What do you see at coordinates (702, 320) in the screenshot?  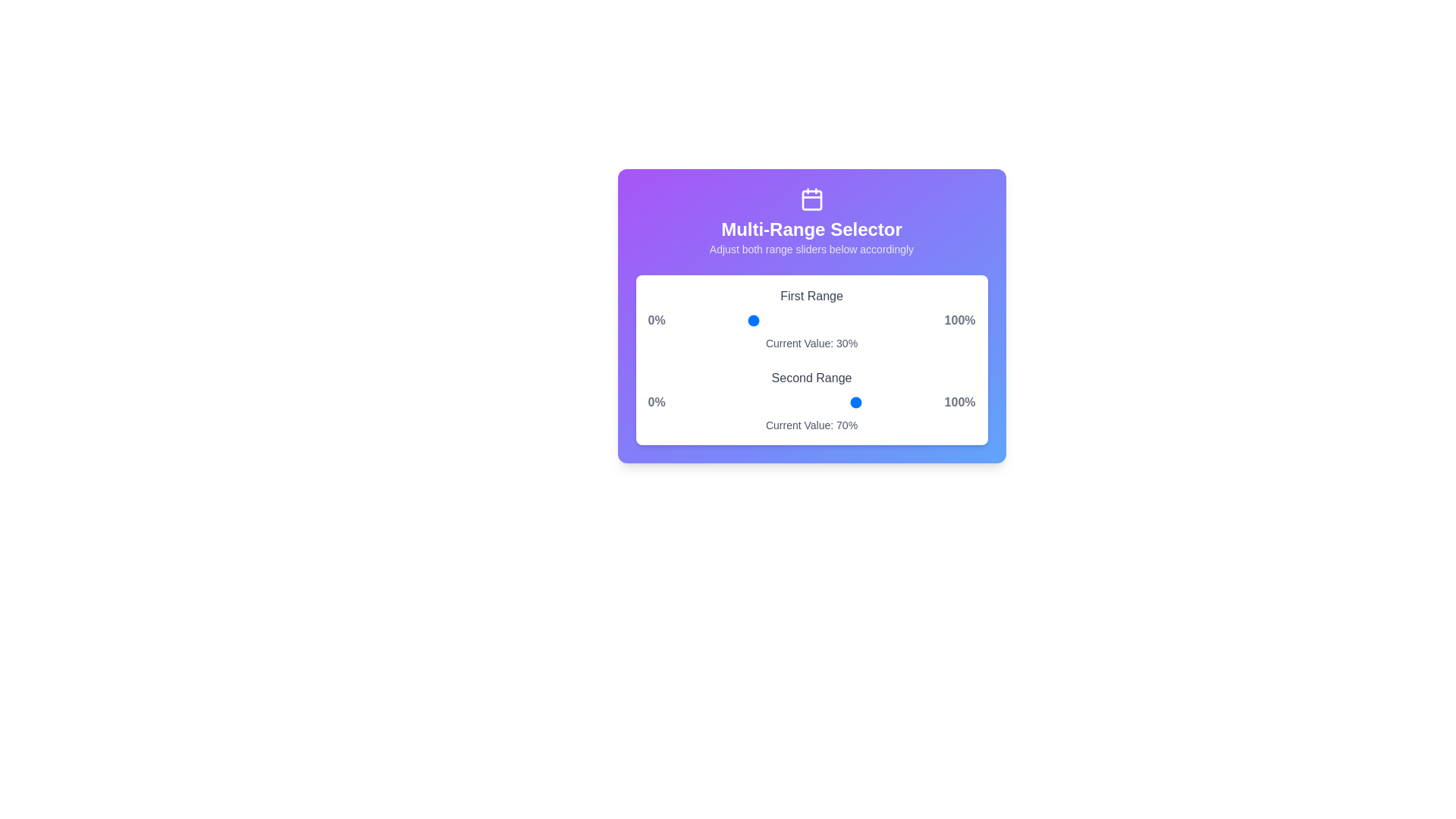 I see `the first range slider value` at bounding box center [702, 320].